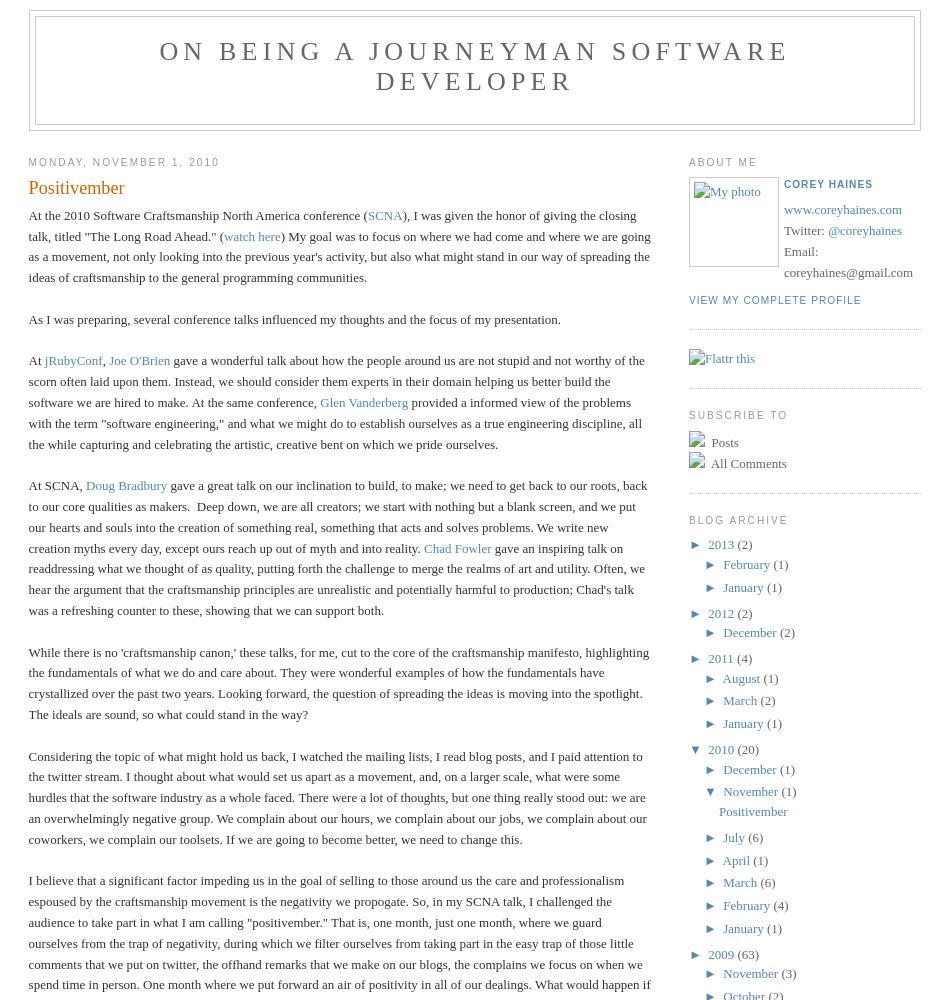 Image resolution: width=950 pixels, height=1000 pixels. Describe the element at coordinates (826, 184) in the screenshot. I see `'Corey Haines'` at that location.